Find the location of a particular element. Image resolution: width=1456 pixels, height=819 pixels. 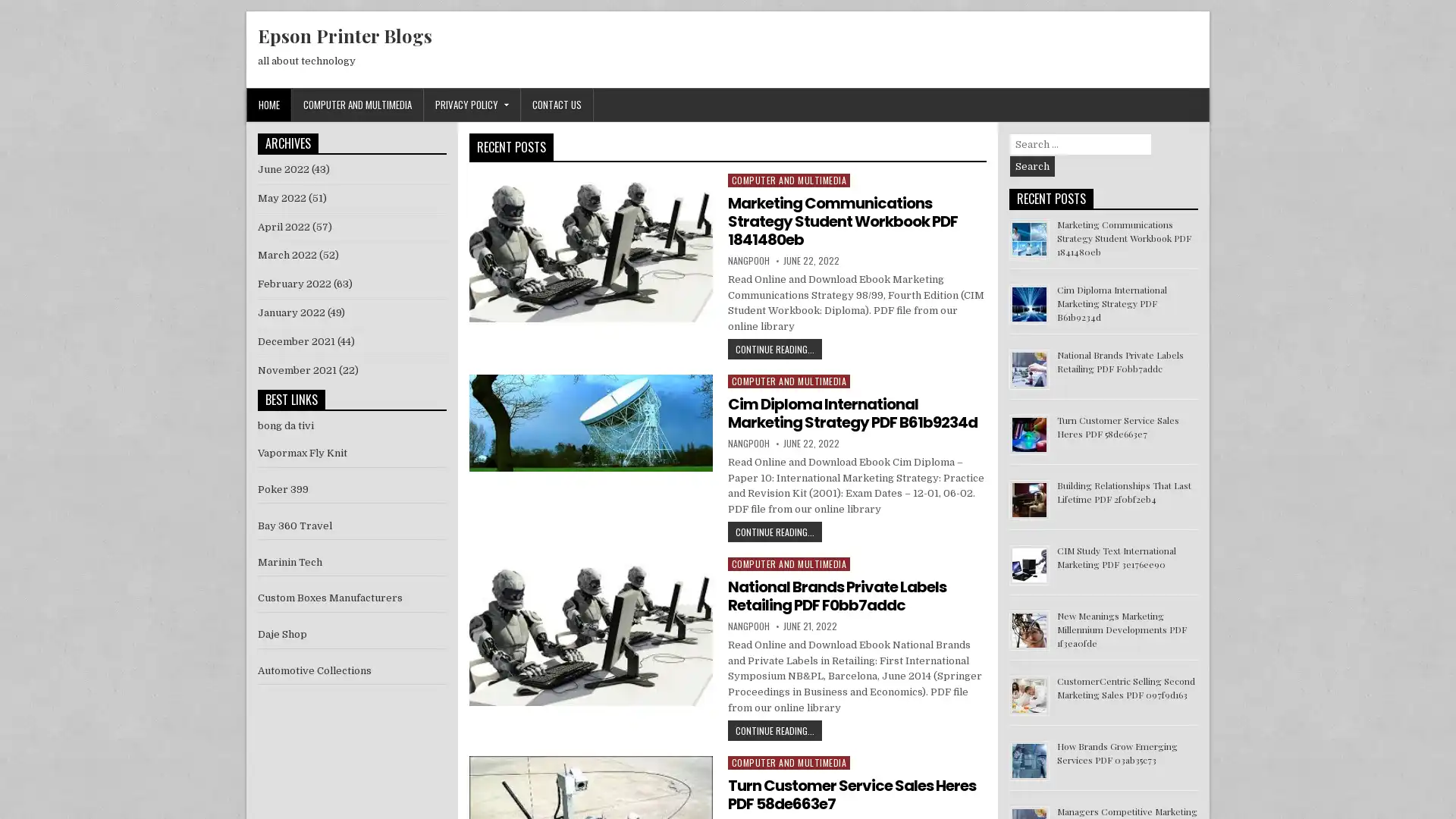

Search is located at coordinates (1031, 166).